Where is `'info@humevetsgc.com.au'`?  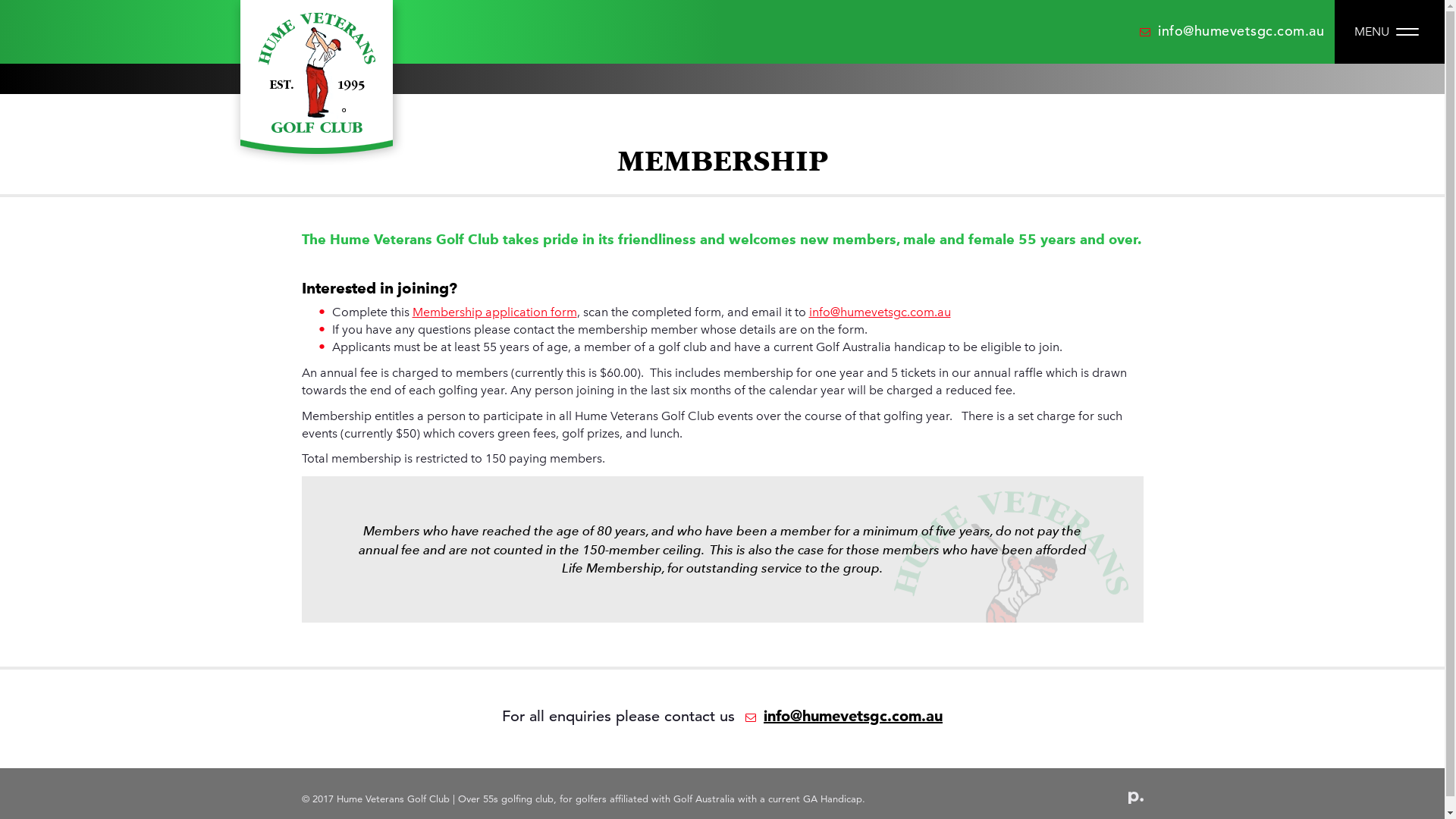 'info@humevetsgc.com.au' is located at coordinates (1139, 30).